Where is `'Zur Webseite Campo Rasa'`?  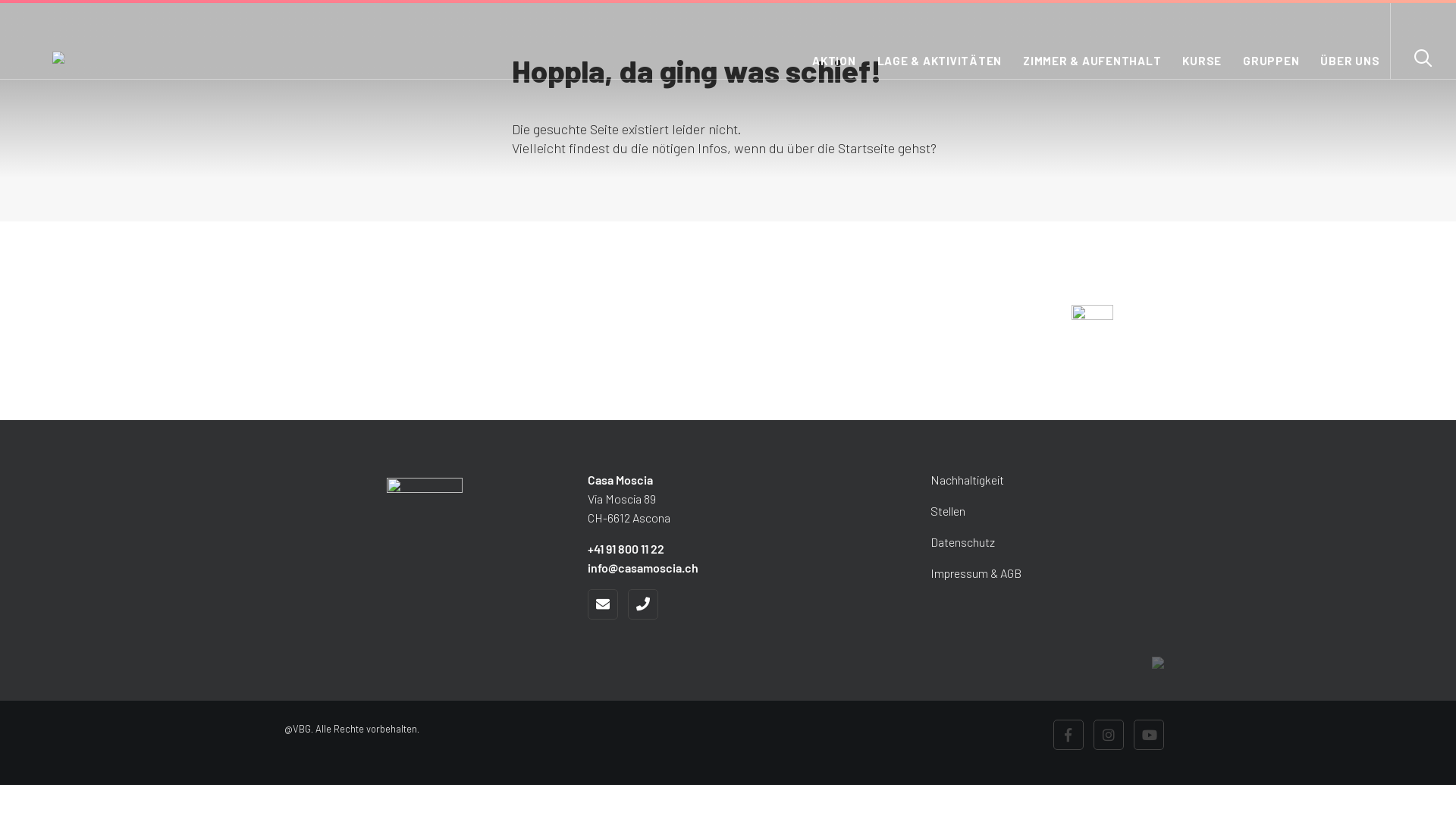
'Zur Webseite Campo Rasa' is located at coordinates (1092, 323).